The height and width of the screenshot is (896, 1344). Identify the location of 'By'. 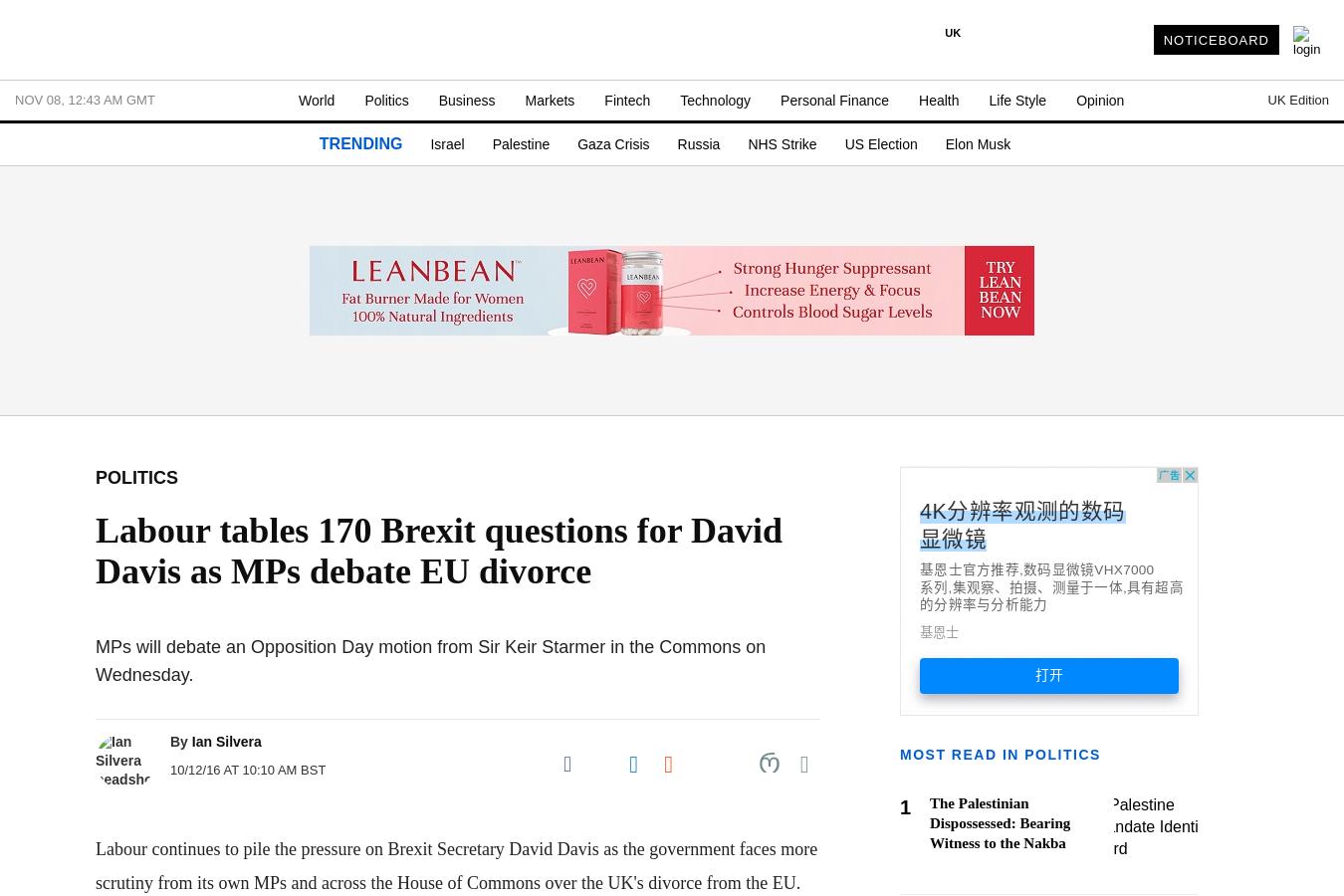
(170, 740).